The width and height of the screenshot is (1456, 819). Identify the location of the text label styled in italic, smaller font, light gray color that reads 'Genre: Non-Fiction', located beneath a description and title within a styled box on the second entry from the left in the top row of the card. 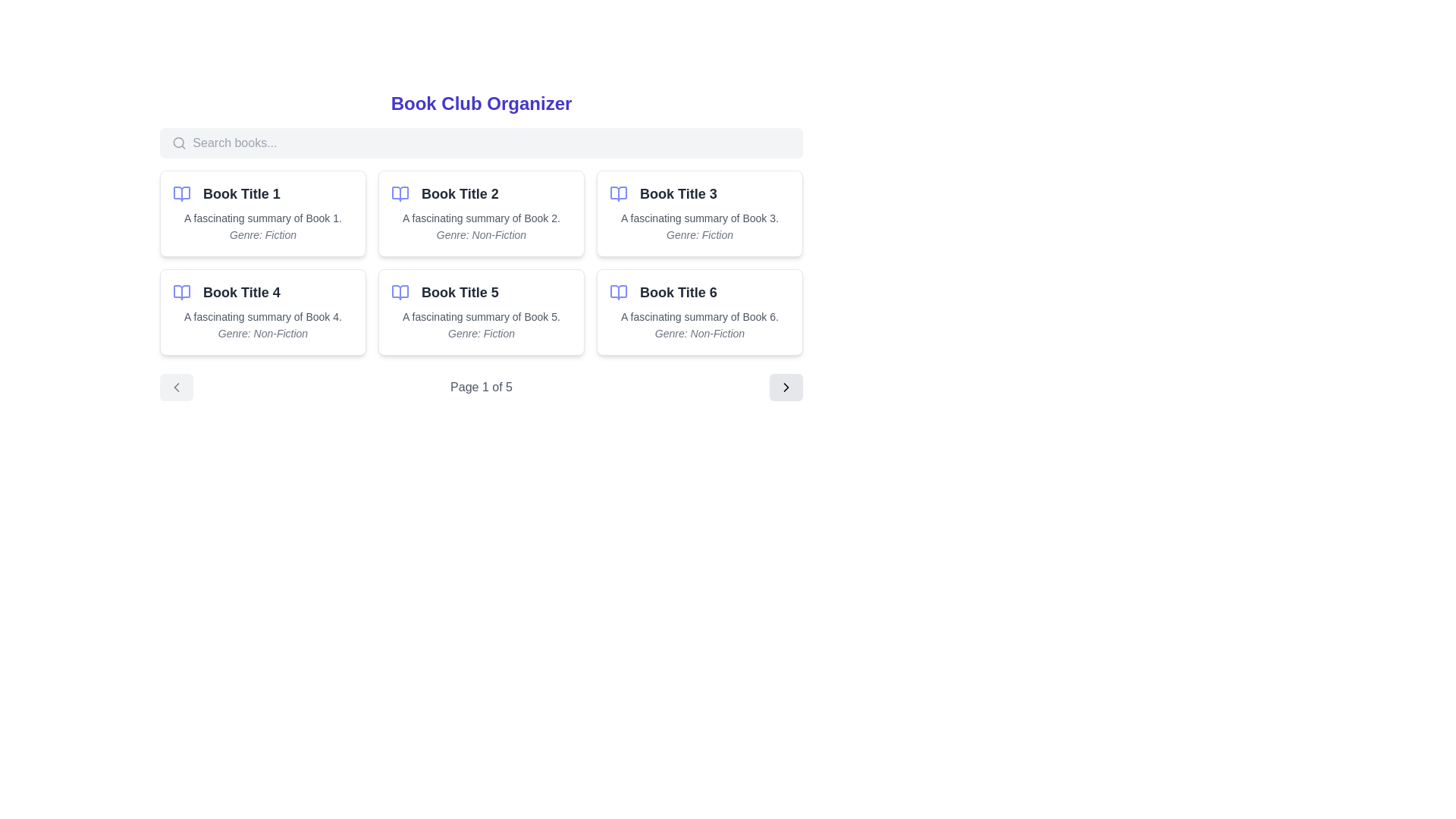
(480, 234).